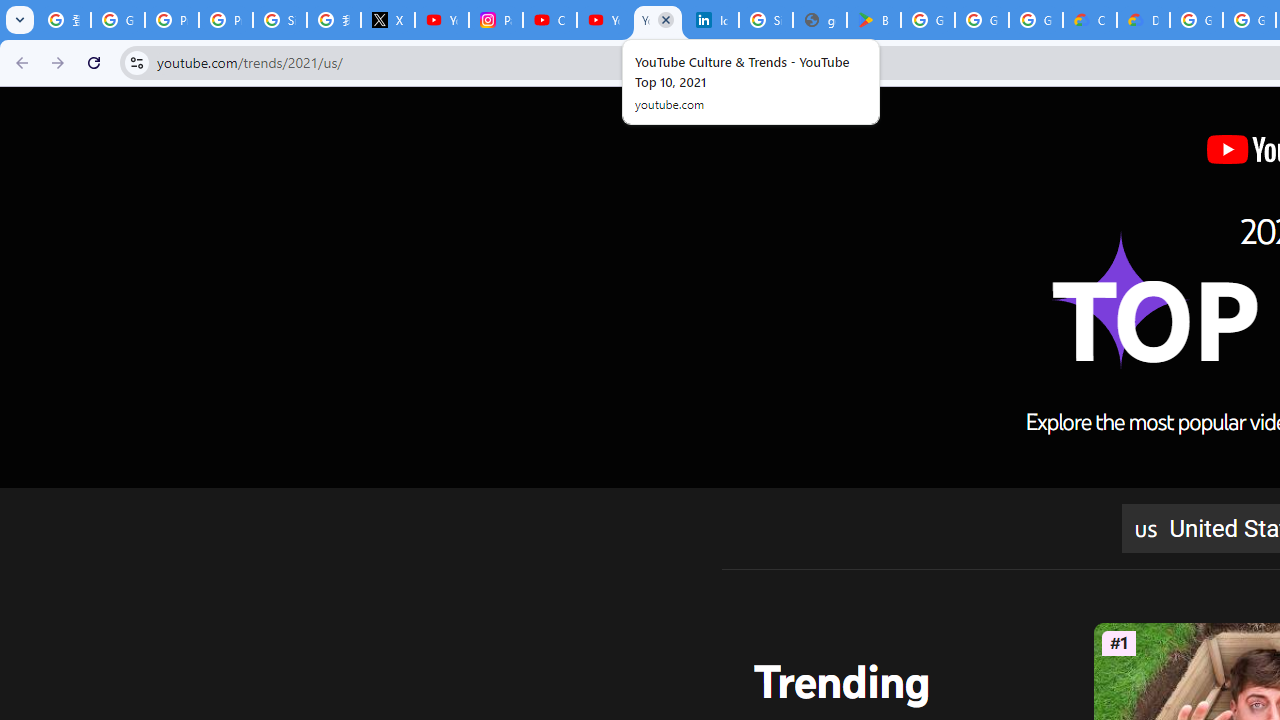 Image resolution: width=1280 pixels, height=720 pixels. I want to click on 'Bluey: Let', so click(874, 20).